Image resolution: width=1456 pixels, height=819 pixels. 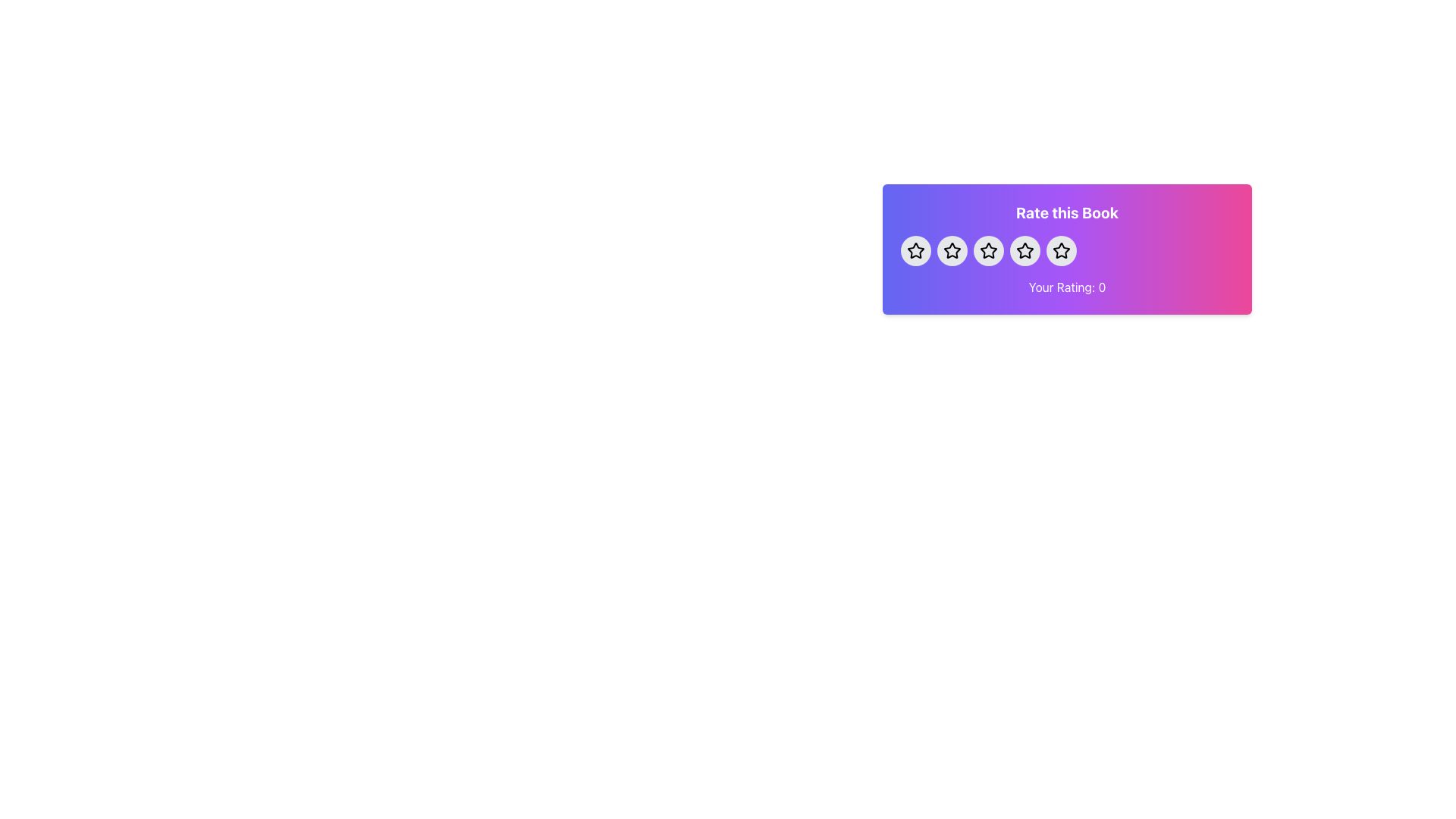 What do you see at coordinates (915, 250) in the screenshot?
I see `the first interactive button in the 'Rate this Book' section to assign a rating of one star` at bounding box center [915, 250].